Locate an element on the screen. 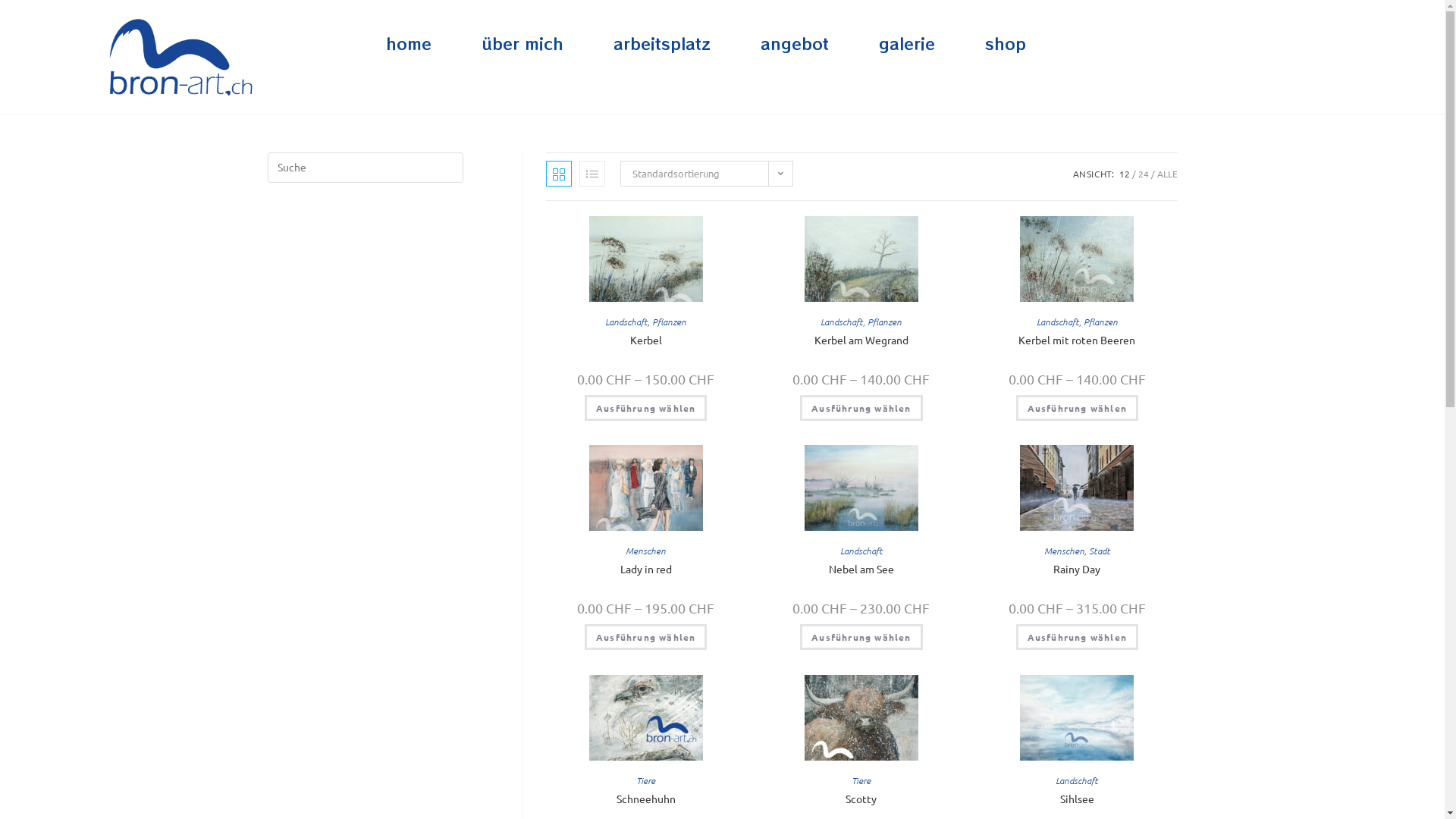  'shop' is located at coordinates (1005, 42).